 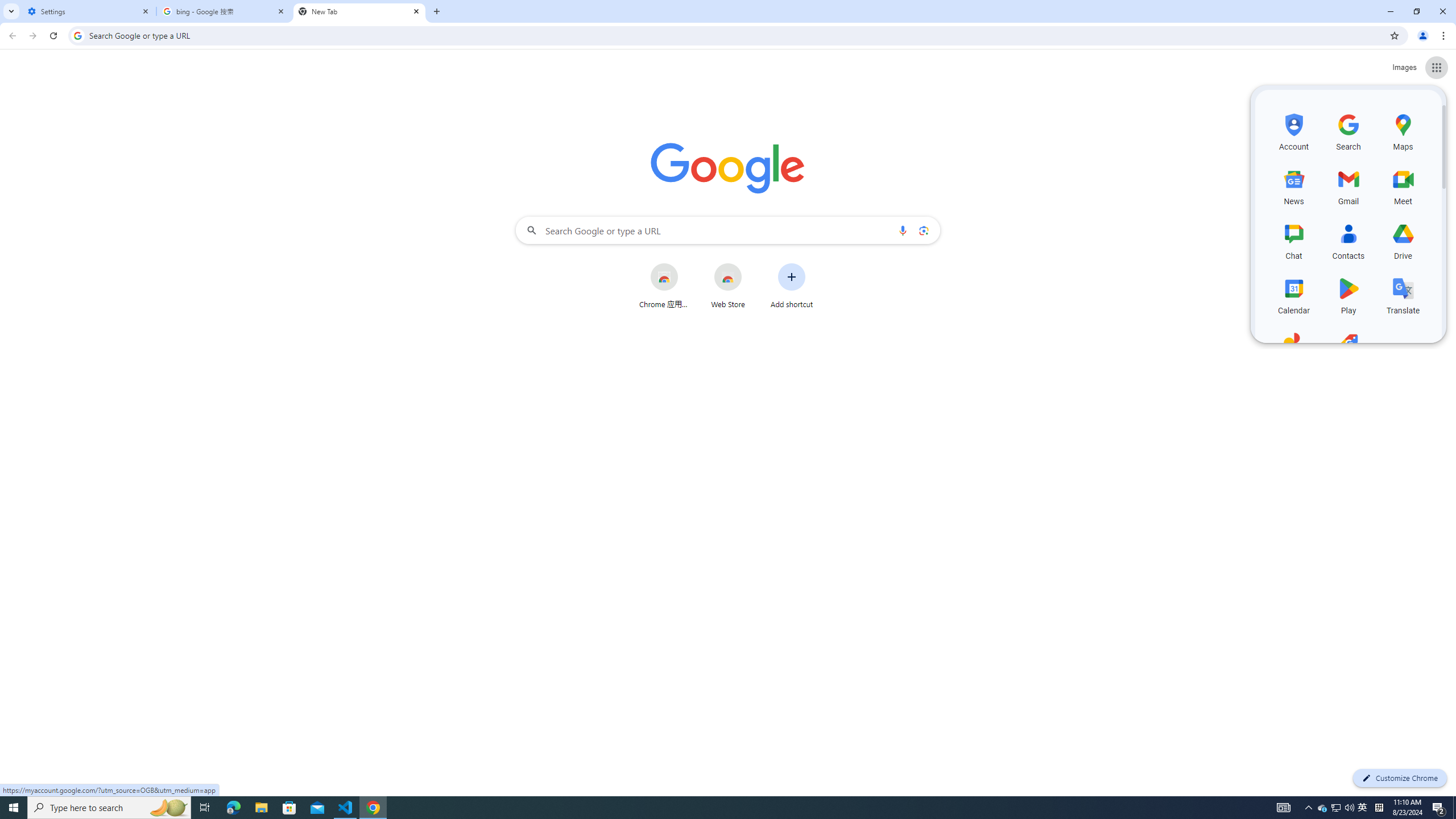 What do you see at coordinates (1403, 294) in the screenshot?
I see `'Translate, row 4 of 5 and column 3 of 3 in the first section'` at bounding box center [1403, 294].